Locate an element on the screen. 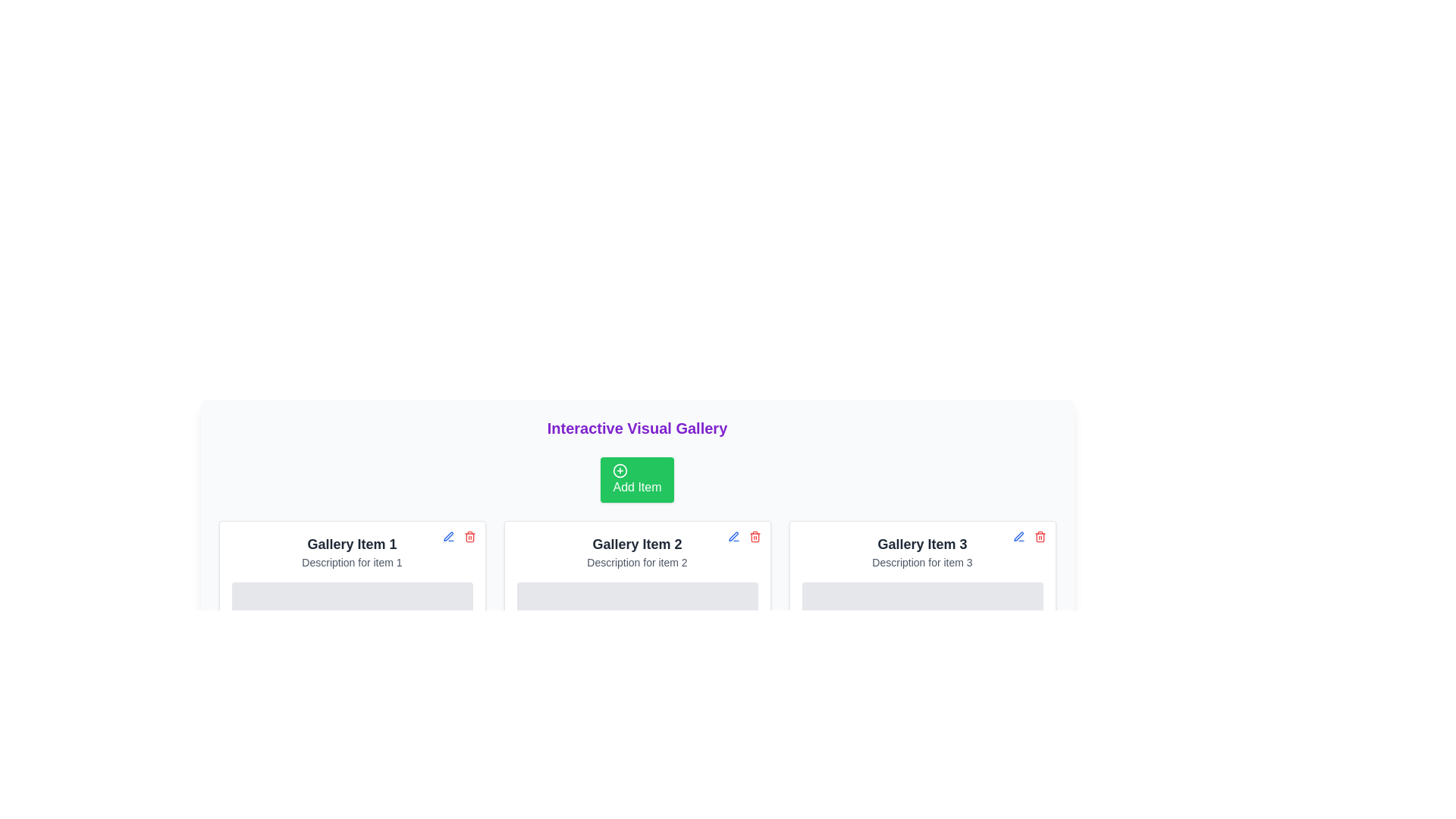  the static text element that provides supplementary information about 'Gallery Item 1', located at the lower portion of the first card in the gallery layout is located at coordinates (351, 562).